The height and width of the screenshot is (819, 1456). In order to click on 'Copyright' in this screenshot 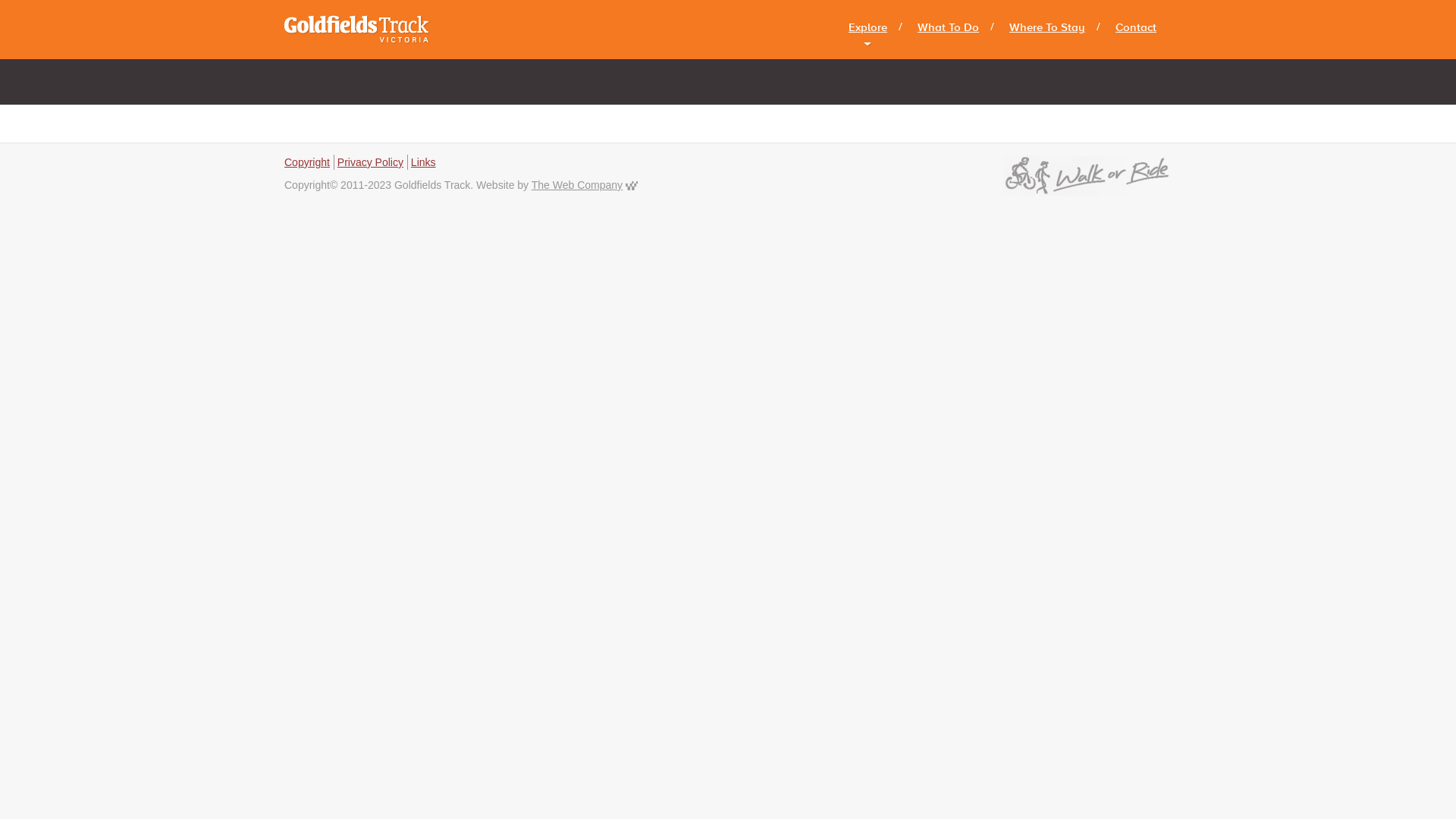, I will do `click(306, 162)`.